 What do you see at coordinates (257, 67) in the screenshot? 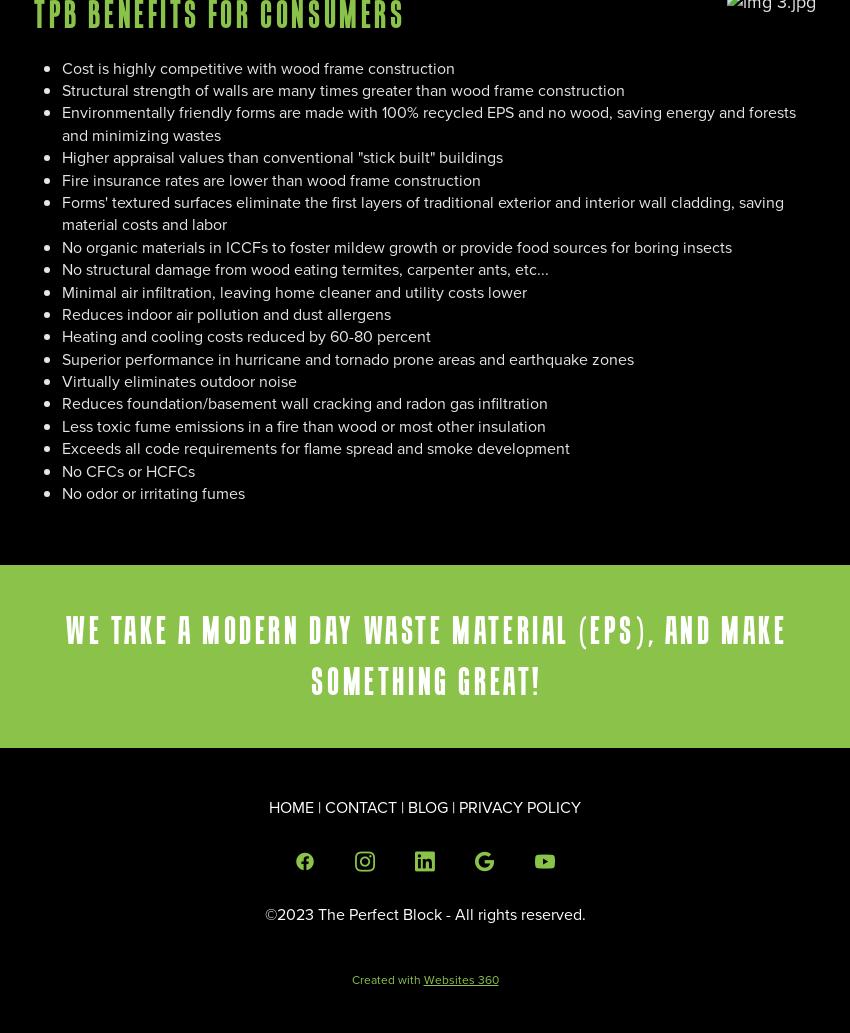
I see `'Cost is highly competitive with wood frame construction'` at bounding box center [257, 67].